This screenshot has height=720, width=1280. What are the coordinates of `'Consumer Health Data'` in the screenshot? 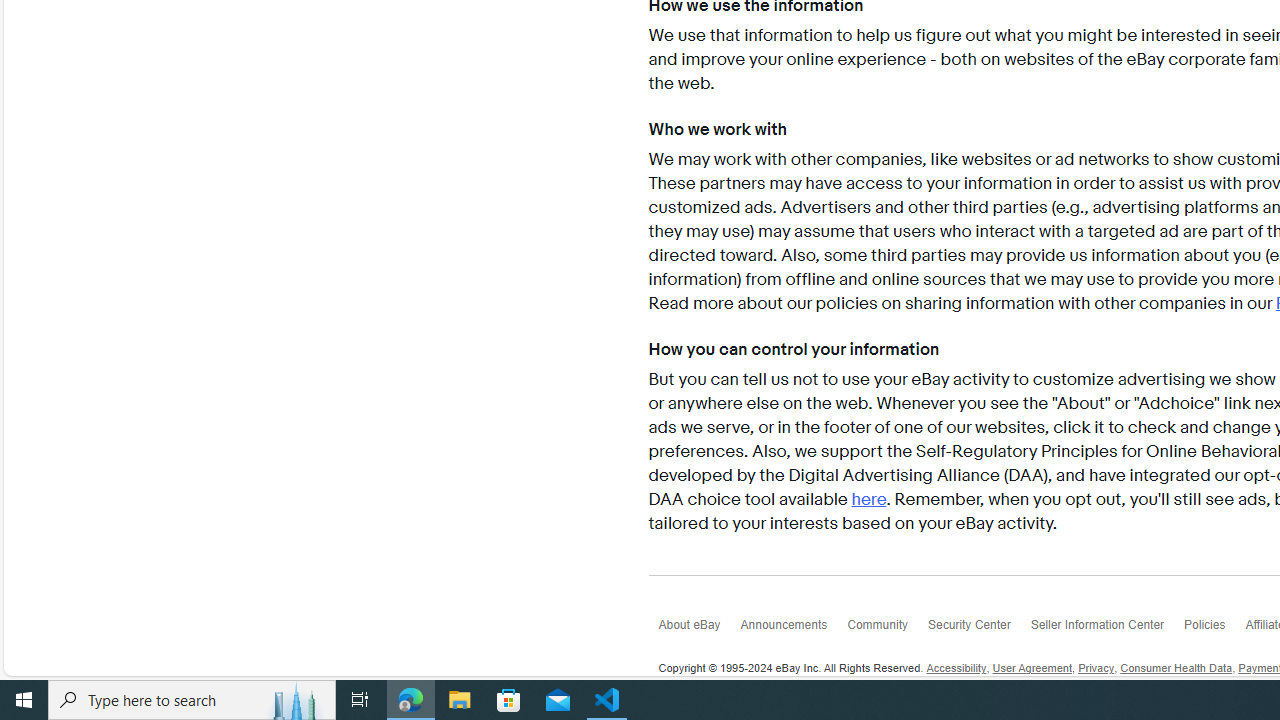 It's located at (1176, 669).